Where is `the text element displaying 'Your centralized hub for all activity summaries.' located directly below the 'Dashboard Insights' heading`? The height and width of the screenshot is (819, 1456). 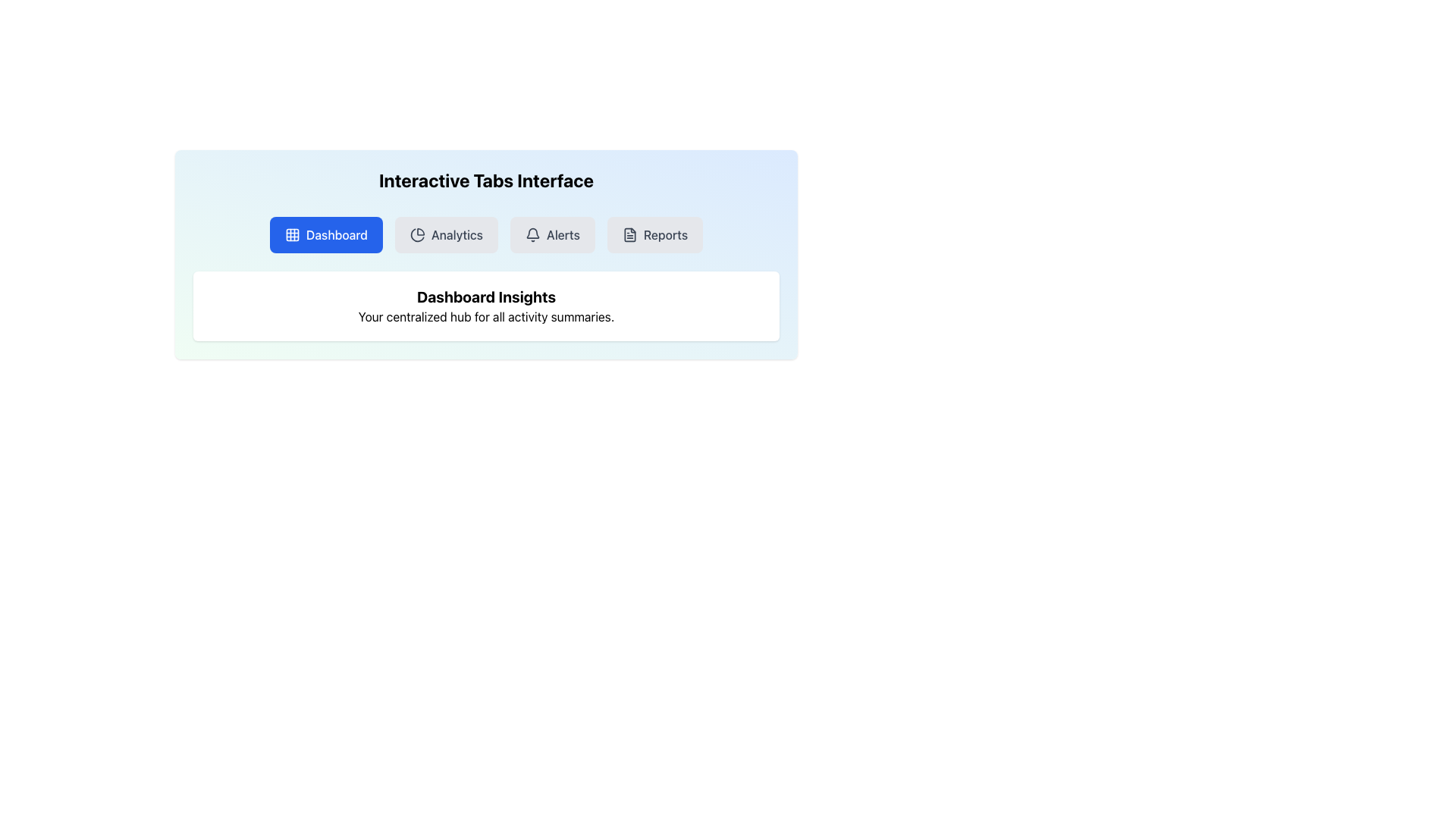 the text element displaying 'Your centralized hub for all activity summaries.' located directly below the 'Dashboard Insights' heading is located at coordinates (486, 315).